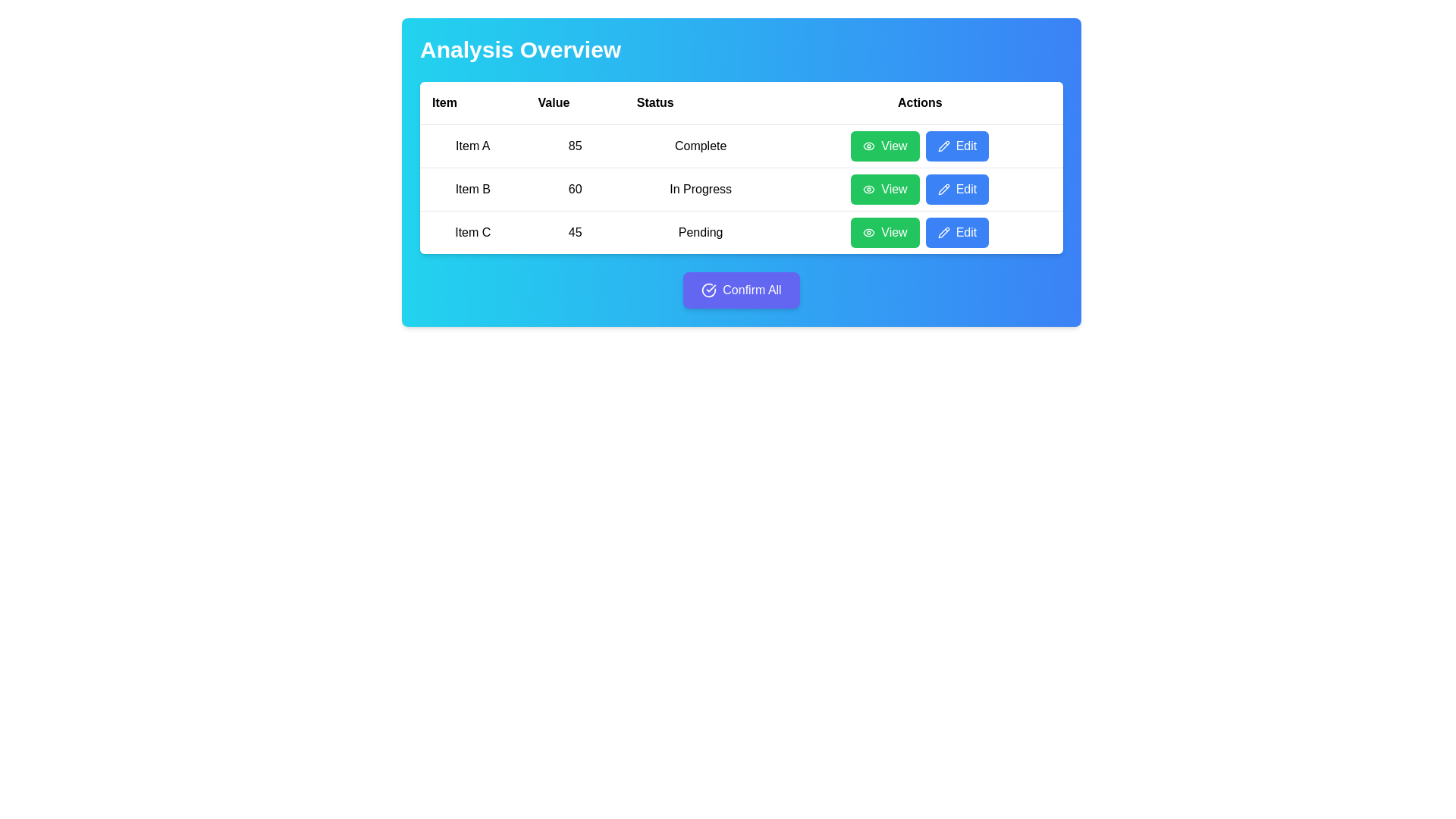  Describe the element at coordinates (885, 189) in the screenshot. I see `the first button in the 'Actions' column for the 'Item B' row` at that location.